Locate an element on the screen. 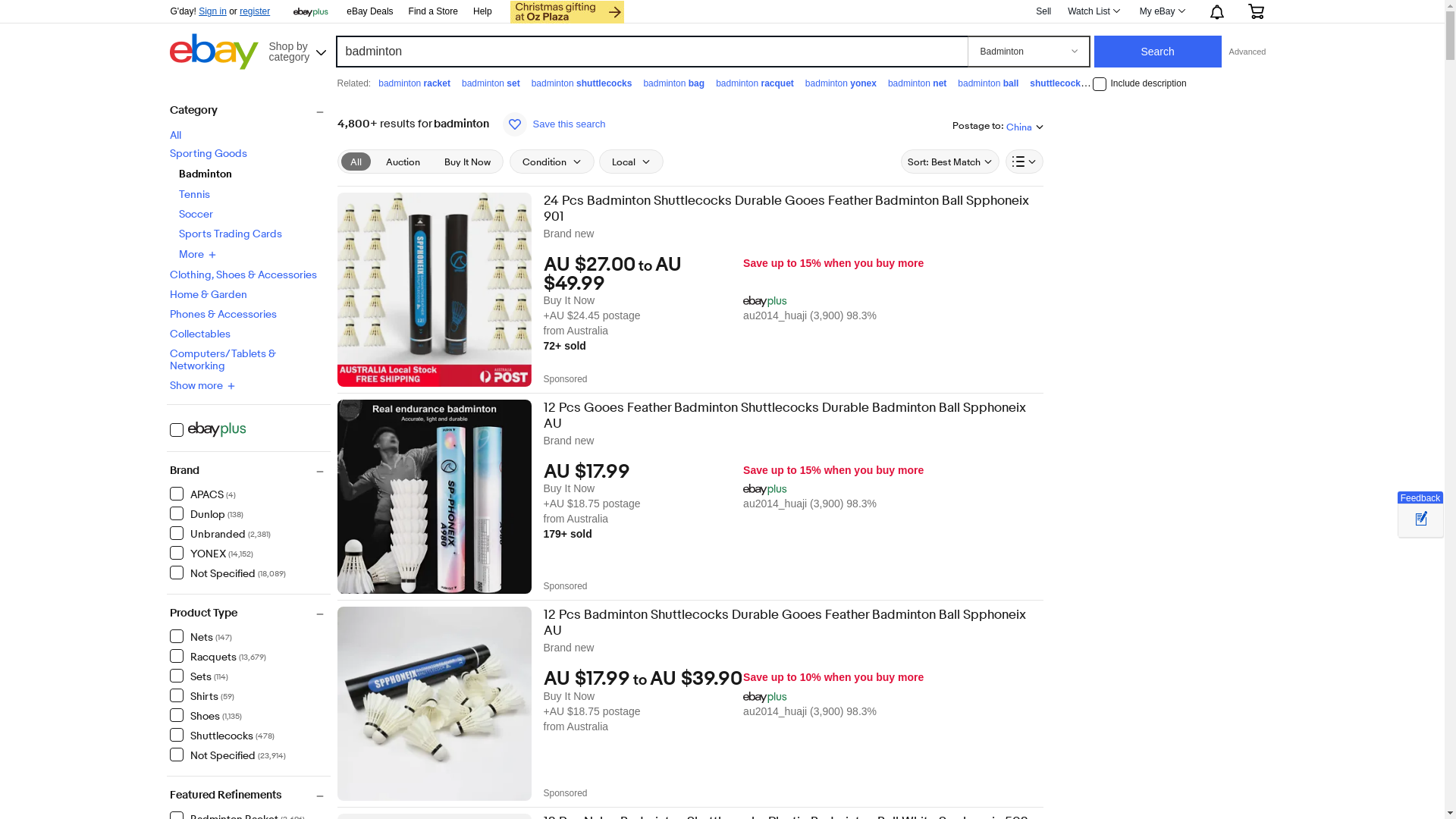 The width and height of the screenshot is (1456, 819). 'YONEX is located at coordinates (210, 553).